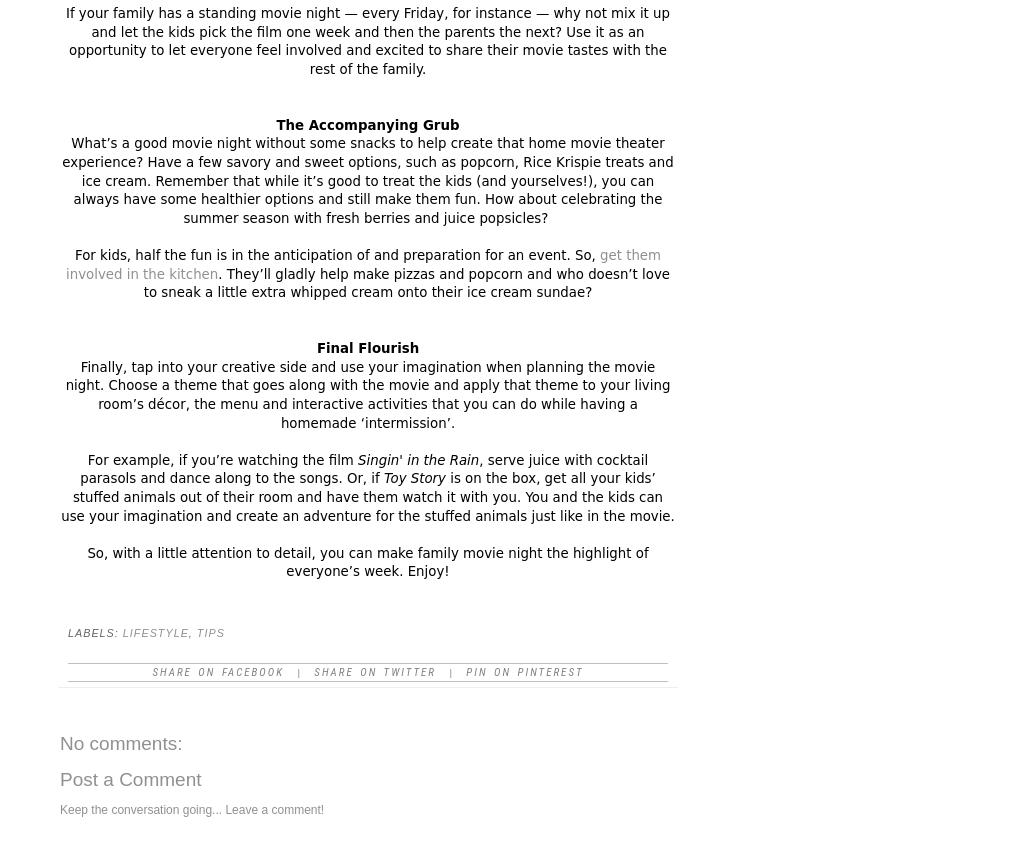 The image size is (1018, 865). What do you see at coordinates (221, 458) in the screenshot?
I see `'For example, if you’re watching the film'` at bounding box center [221, 458].